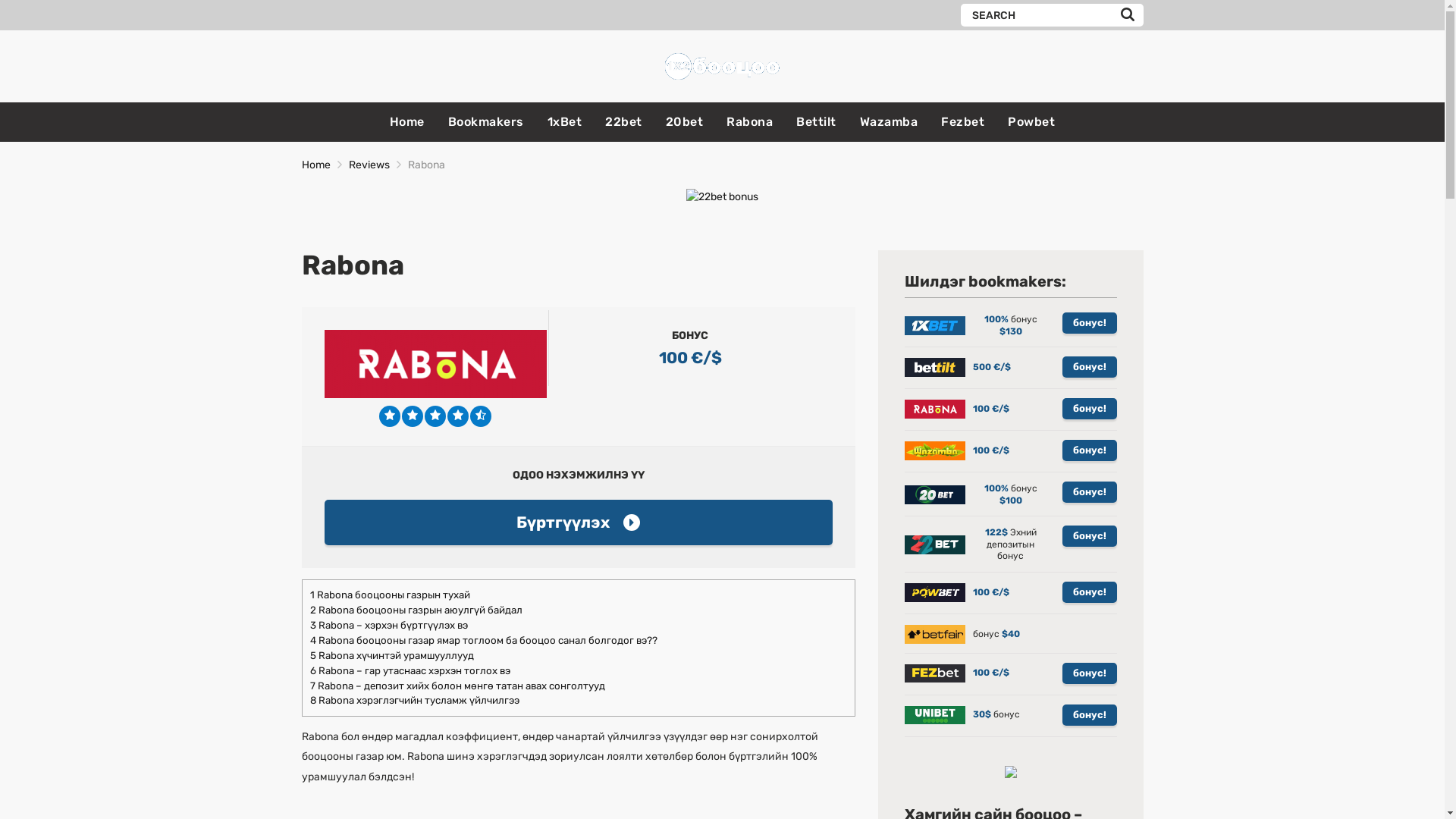  I want to click on 'Powbet', so click(1031, 121).